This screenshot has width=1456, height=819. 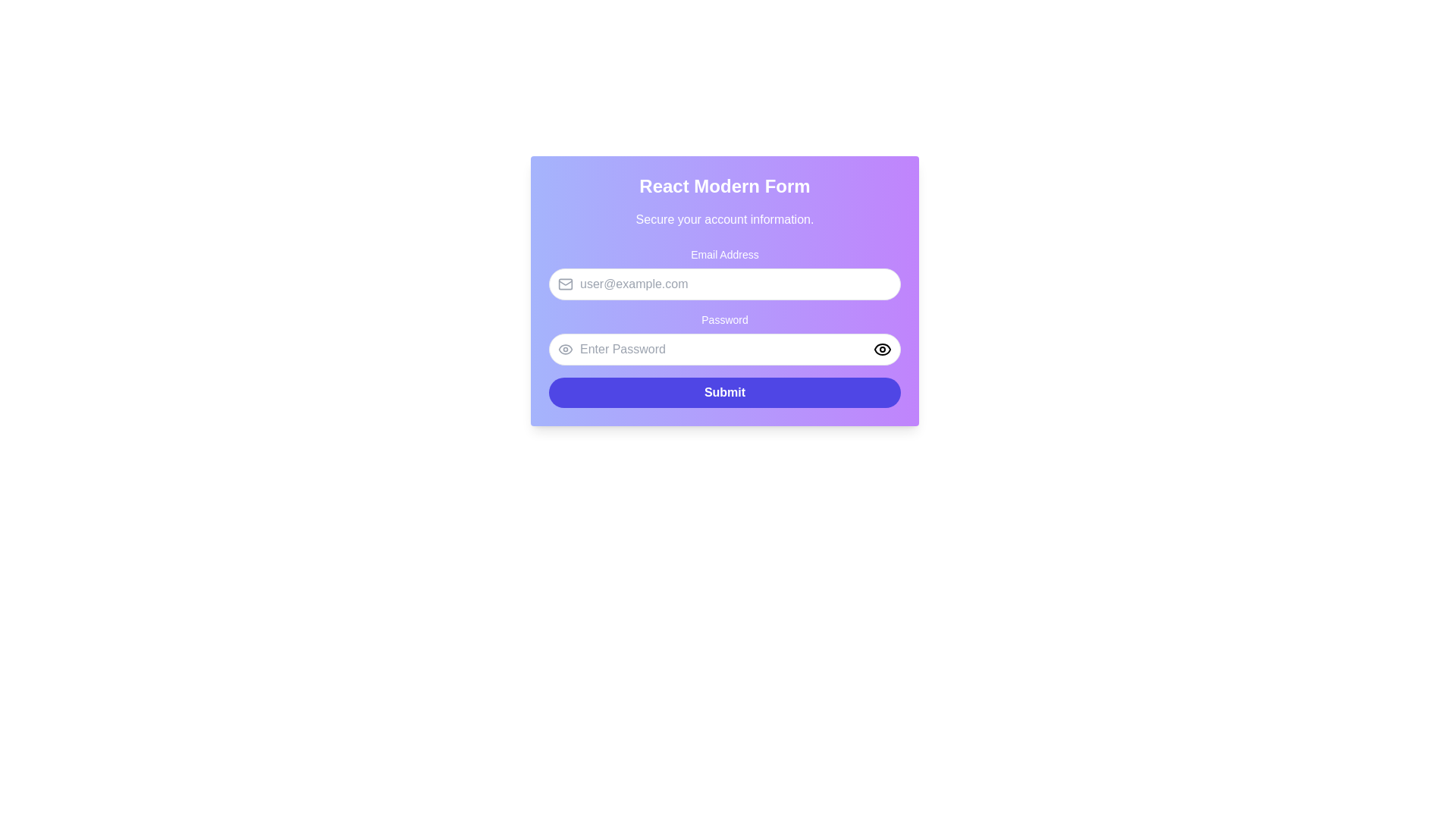 What do you see at coordinates (882, 350) in the screenshot?
I see `the circular eye icon button, which is positioned to the far right end of the password input field` at bounding box center [882, 350].